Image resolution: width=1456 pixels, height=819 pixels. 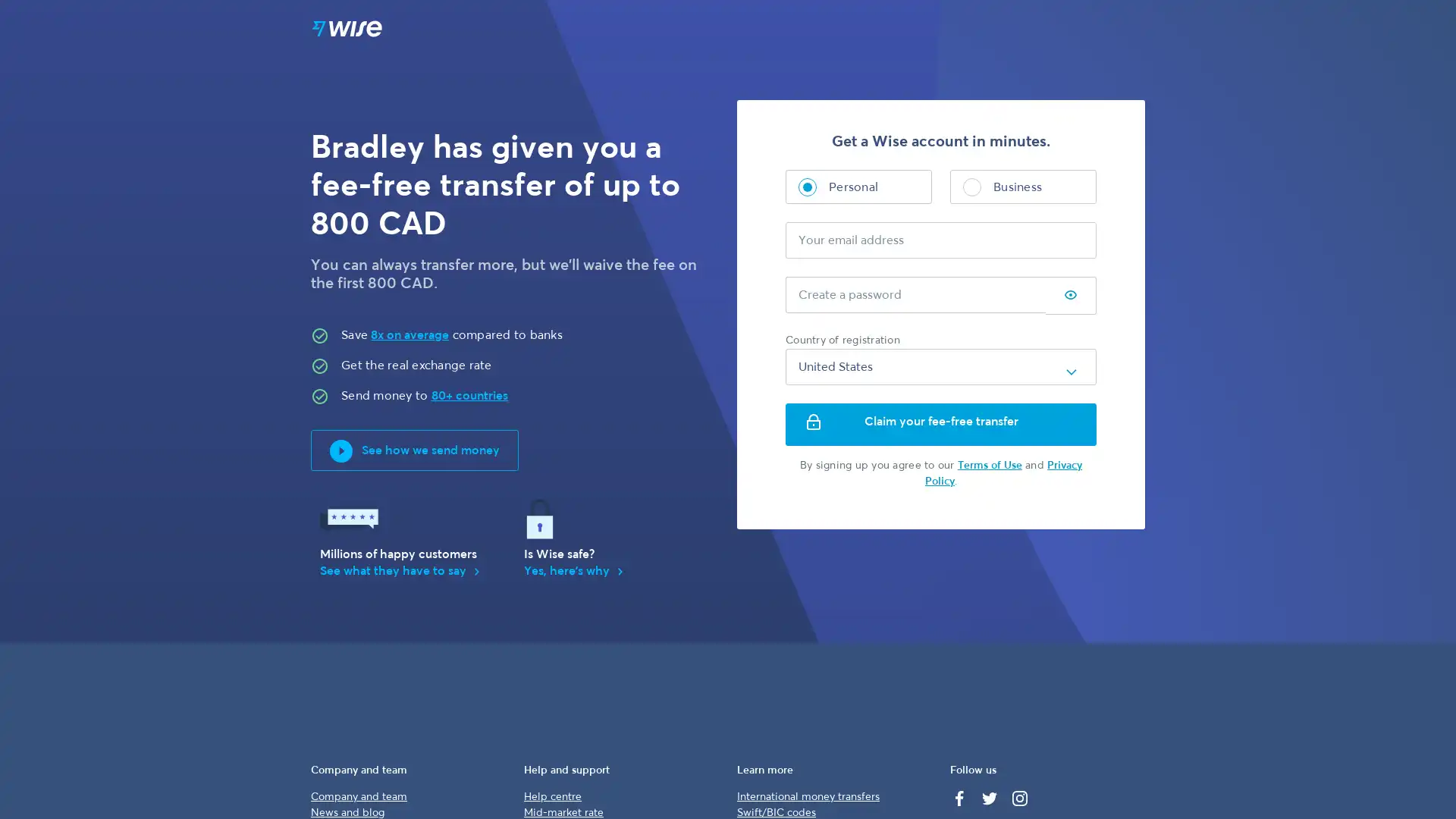 What do you see at coordinates (415, 450) in the screenshot?
I see `See how we send money` at bounding box center [415, 450].